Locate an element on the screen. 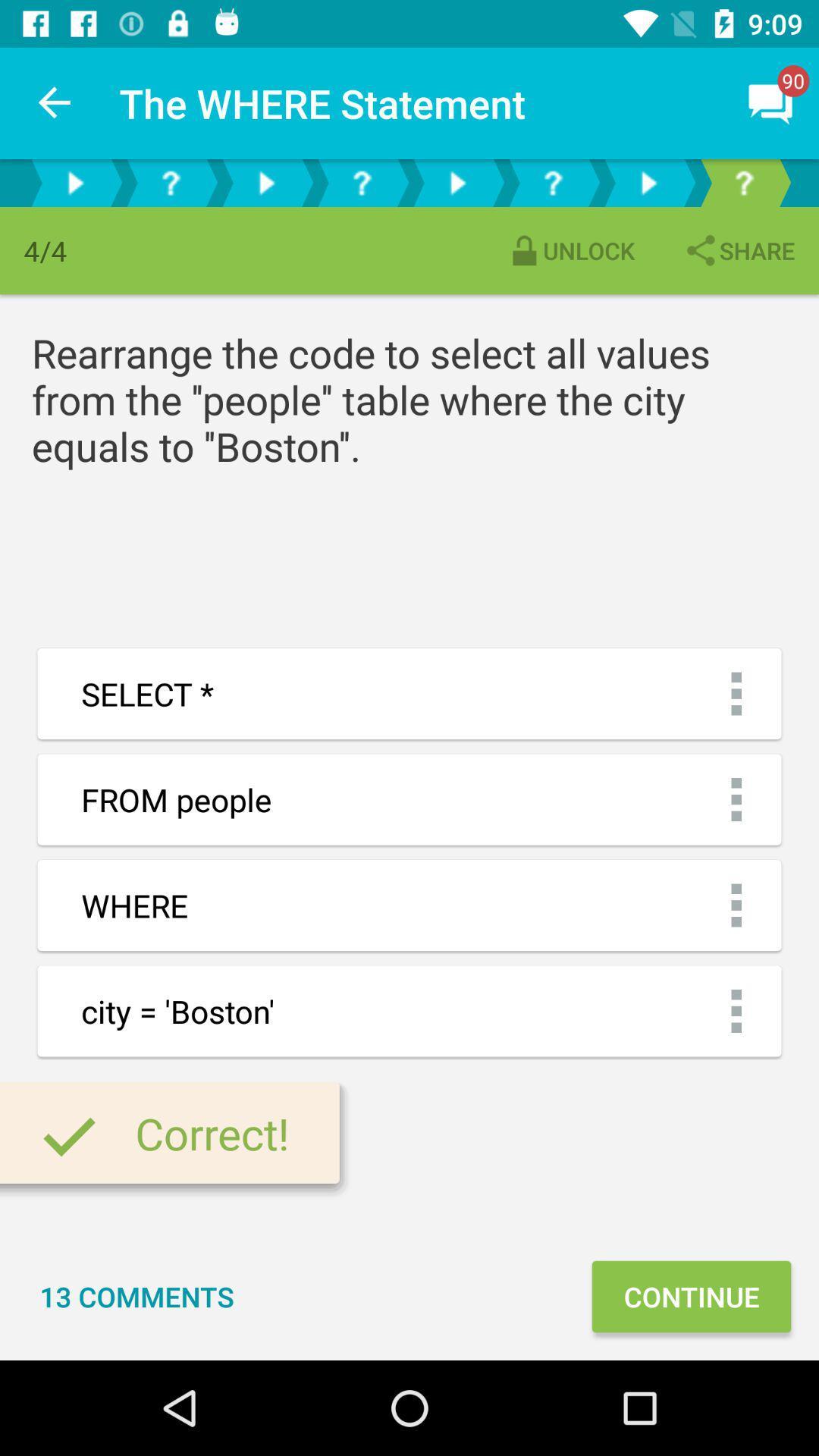  previous question option is located at coordinates (362, 182).